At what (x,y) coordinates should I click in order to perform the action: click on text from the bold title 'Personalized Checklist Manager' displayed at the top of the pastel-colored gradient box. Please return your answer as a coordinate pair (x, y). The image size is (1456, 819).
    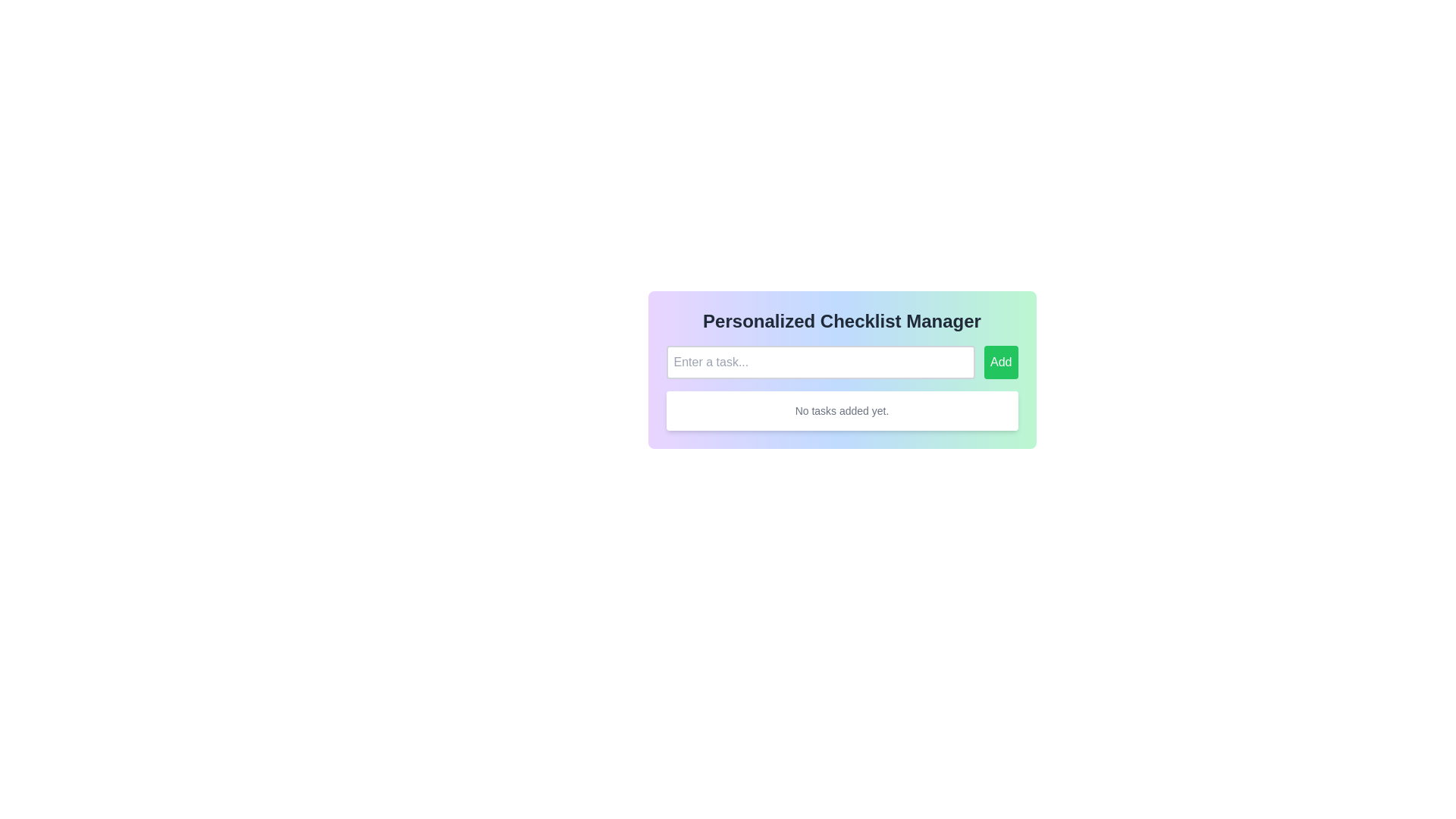
    Looking at the image, I should click on (841, 321).